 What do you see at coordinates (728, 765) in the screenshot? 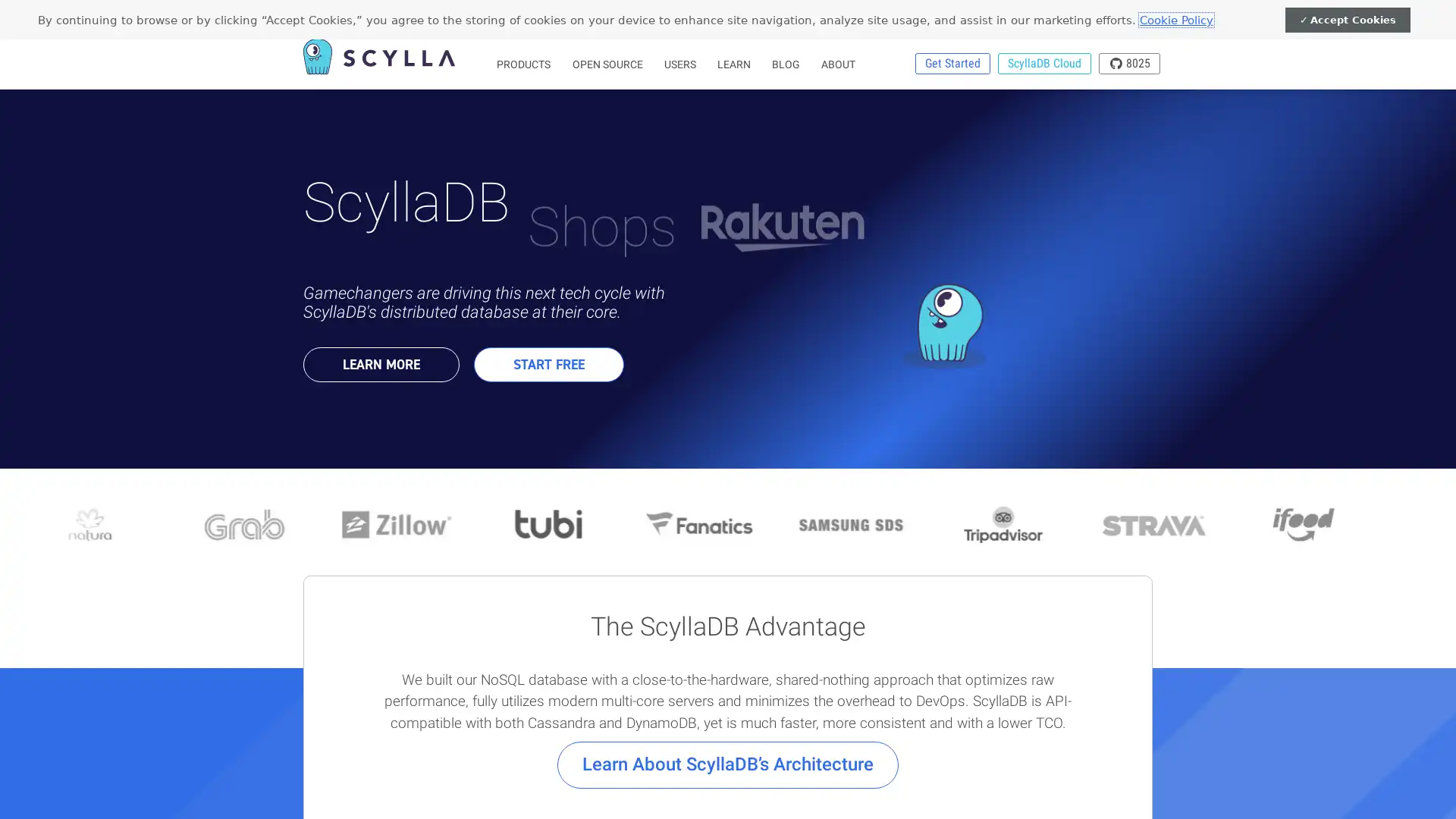
I see `Learn About ScyllaDBs Architecture` at bounding box center [728, 765].